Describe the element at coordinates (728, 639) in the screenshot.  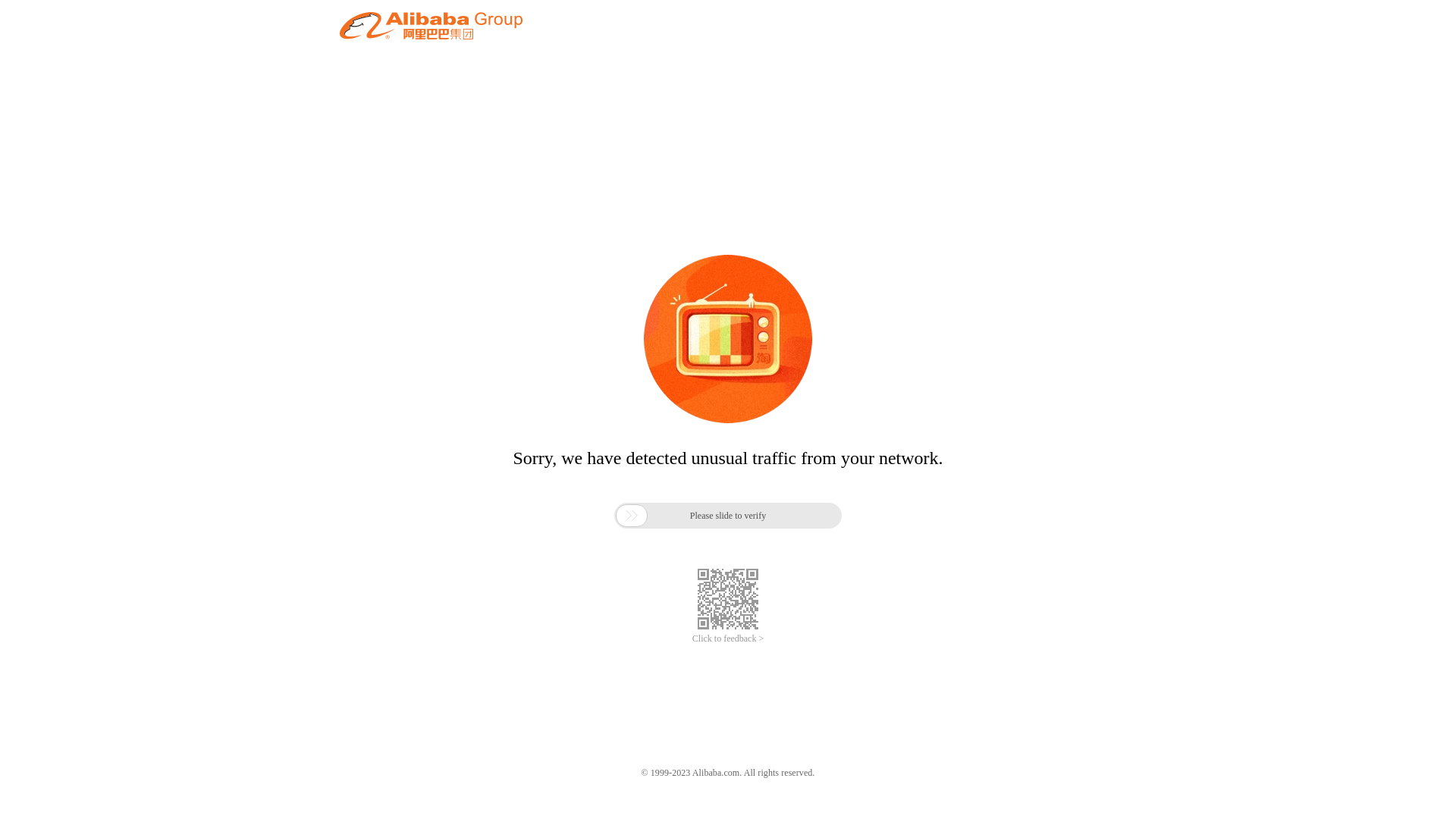
I see `'Click to feedback >'` at that location.